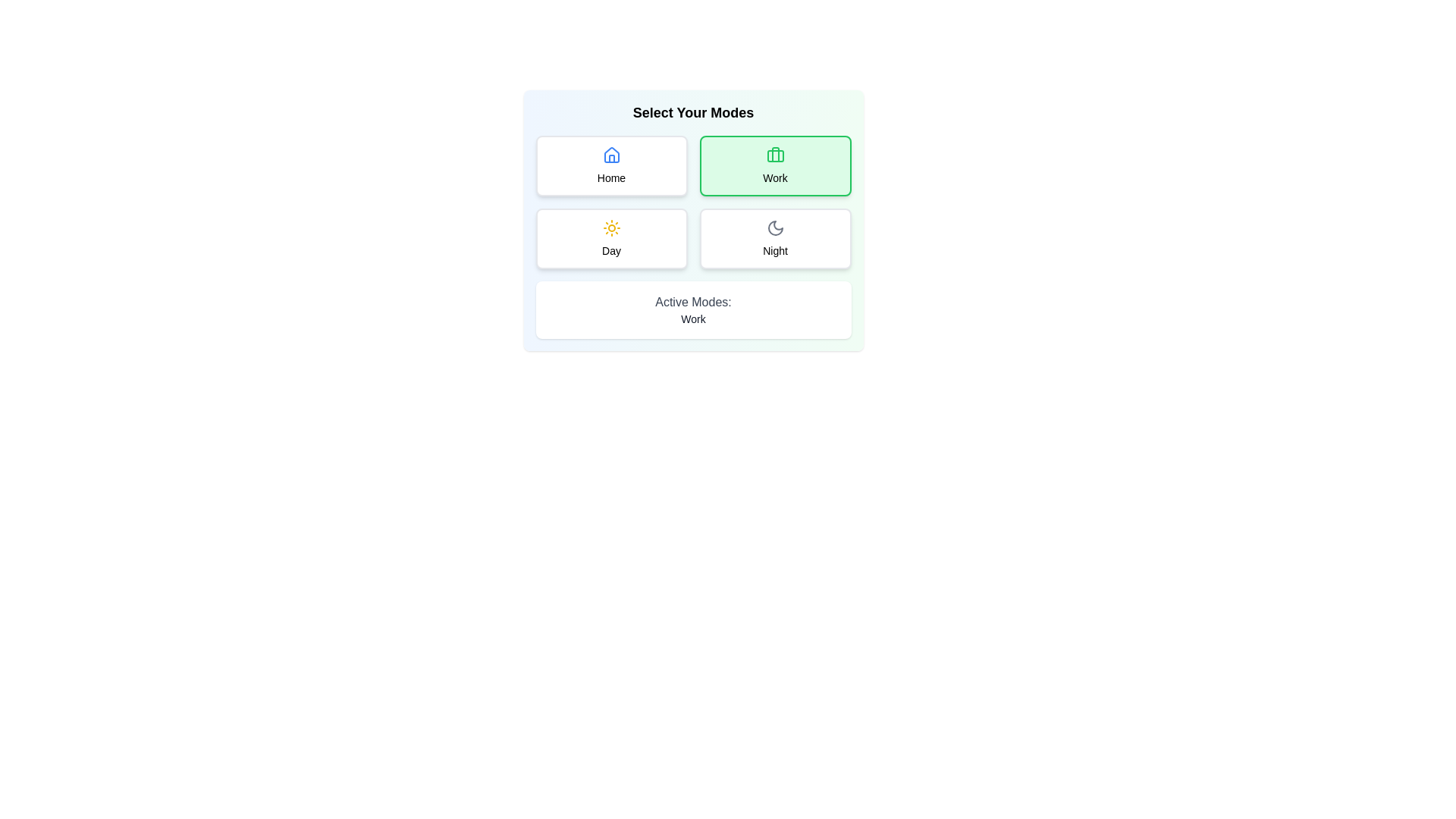 The width and height of the screenshot is (1456, 819). I want to click on the mode Home by clicking its corresponding button, so click(611, 166).